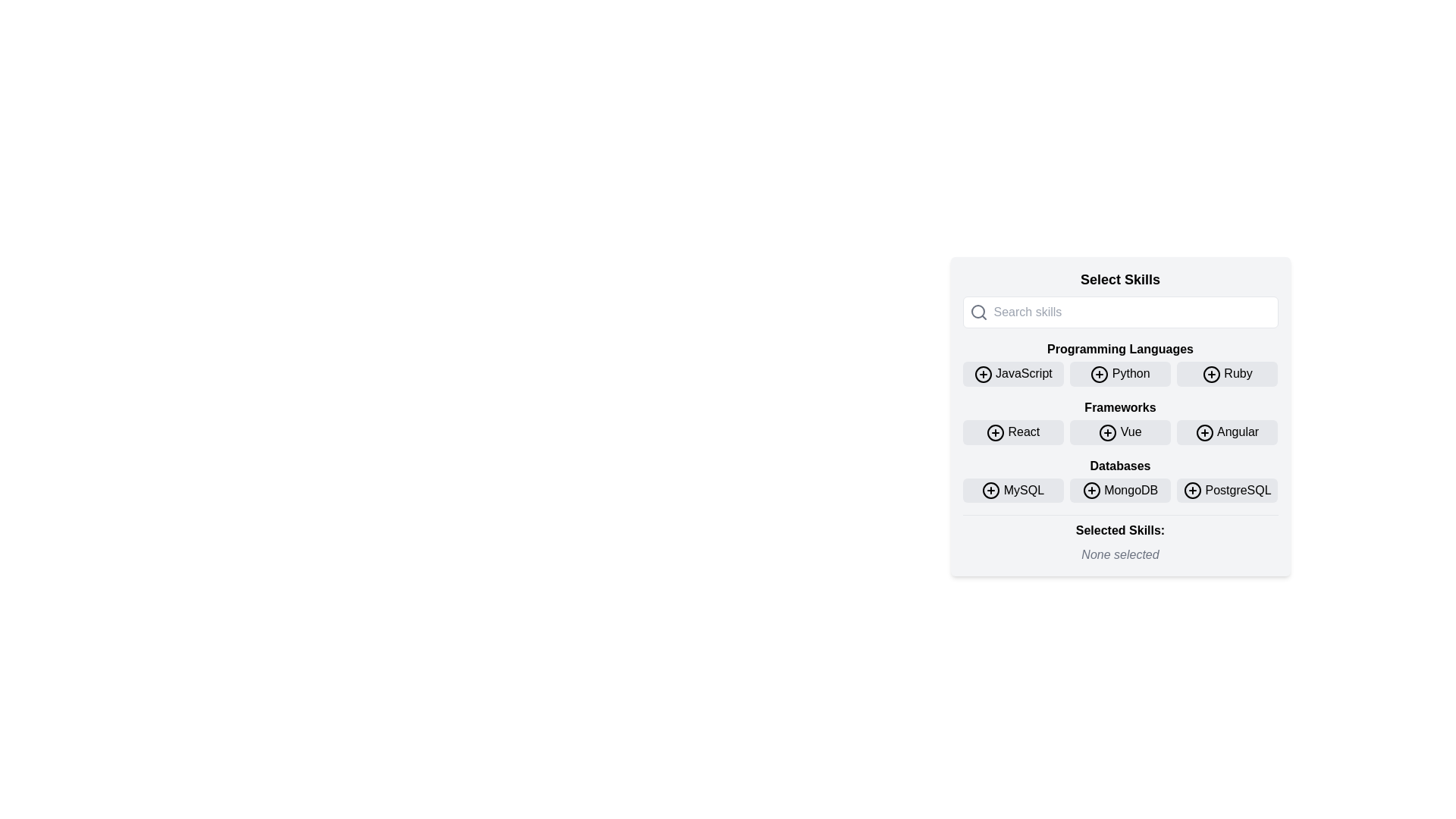 The height and width of the screenshot is (819, 1456). I want to click on the button icon for adding the 'JavaScript' skill, located to the left of its label text in the 'Programming Languages' section of the 'Select Skills' interface, so click(983, 374).